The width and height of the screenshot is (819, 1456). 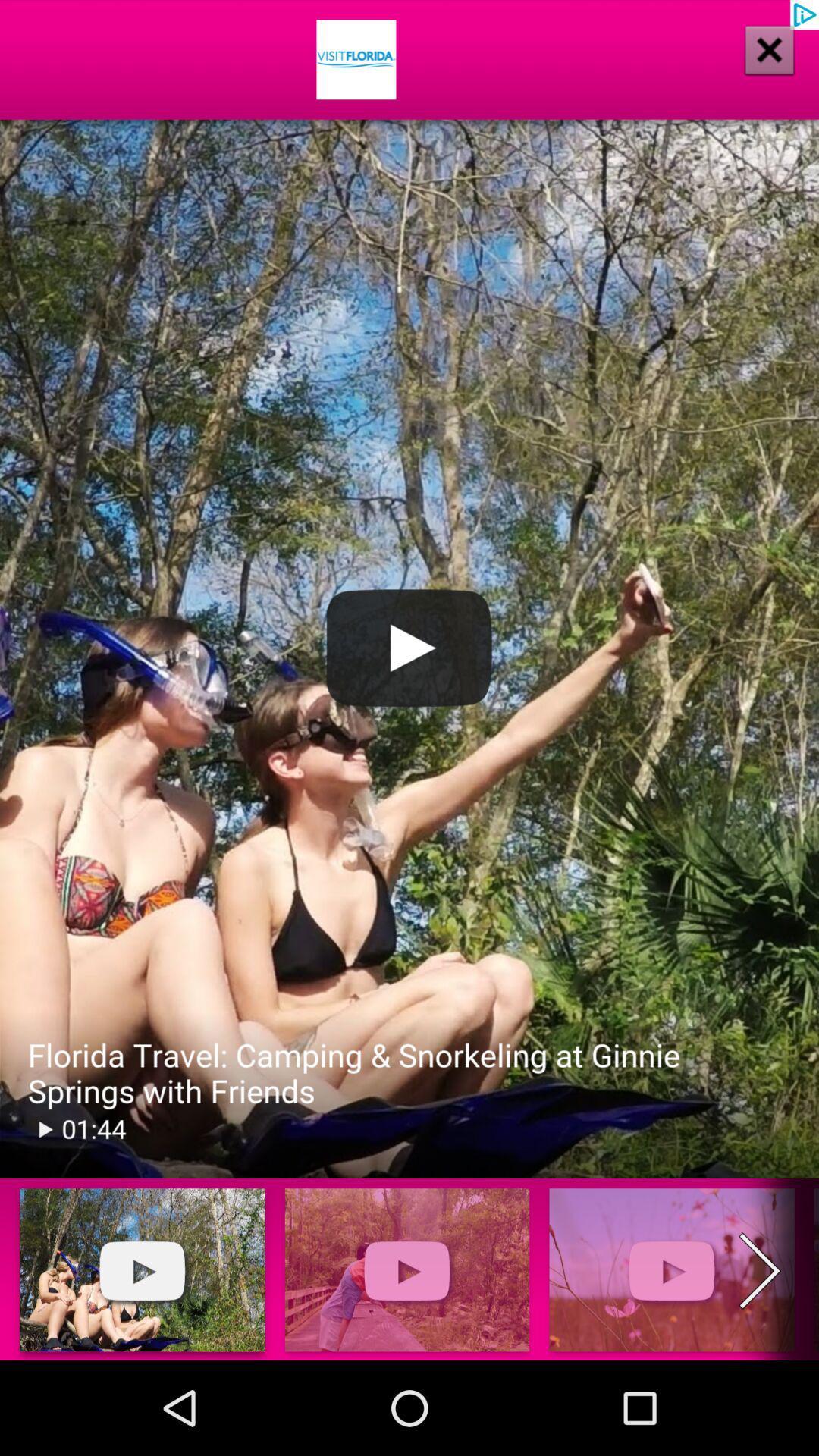 I want to click on the close icon, so click(x=748, y=68).